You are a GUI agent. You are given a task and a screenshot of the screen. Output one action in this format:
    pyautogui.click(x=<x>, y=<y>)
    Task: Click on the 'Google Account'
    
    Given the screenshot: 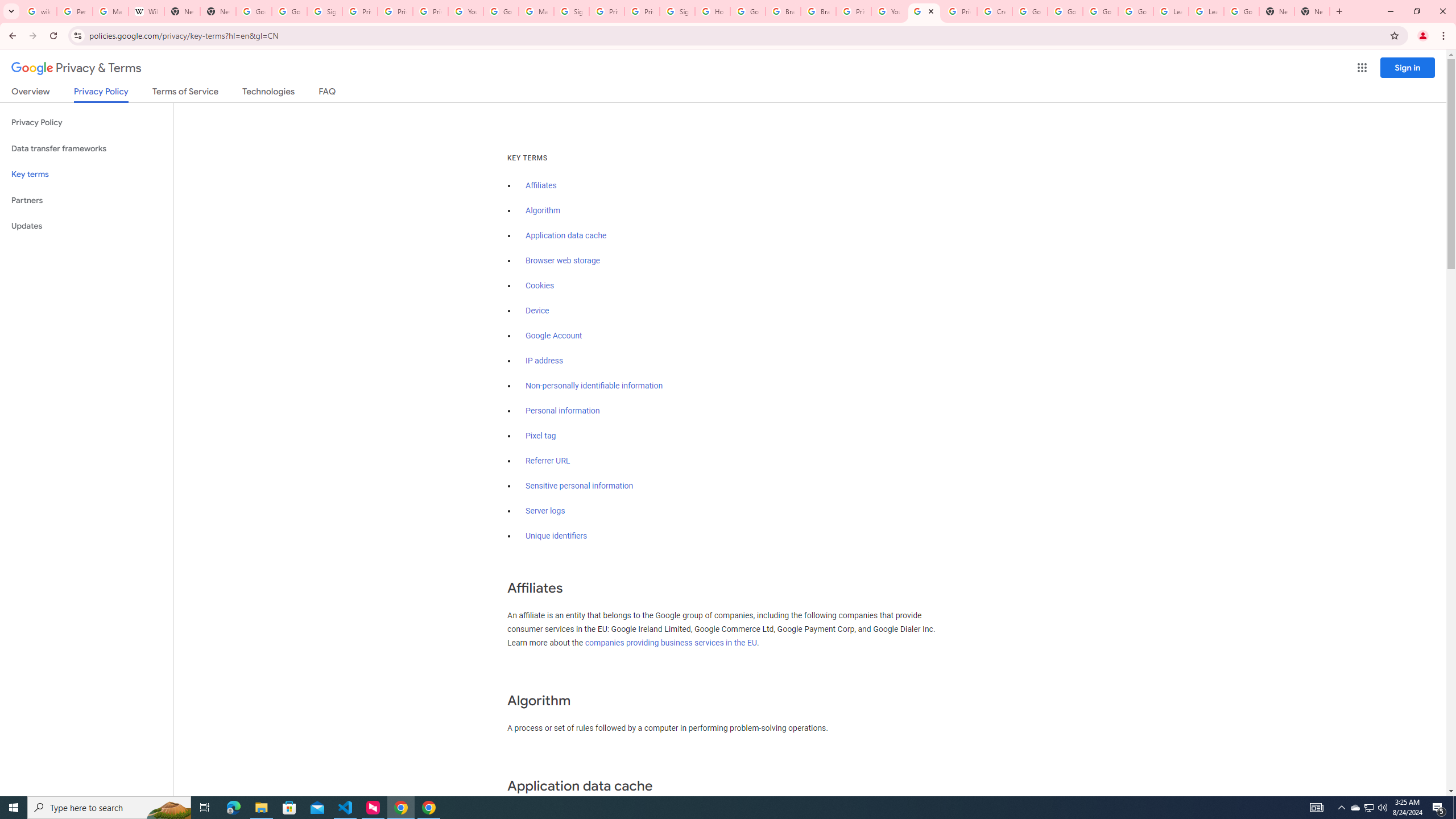 What is the action you would take?
    pyautogui.click(x=554, y=336)
    